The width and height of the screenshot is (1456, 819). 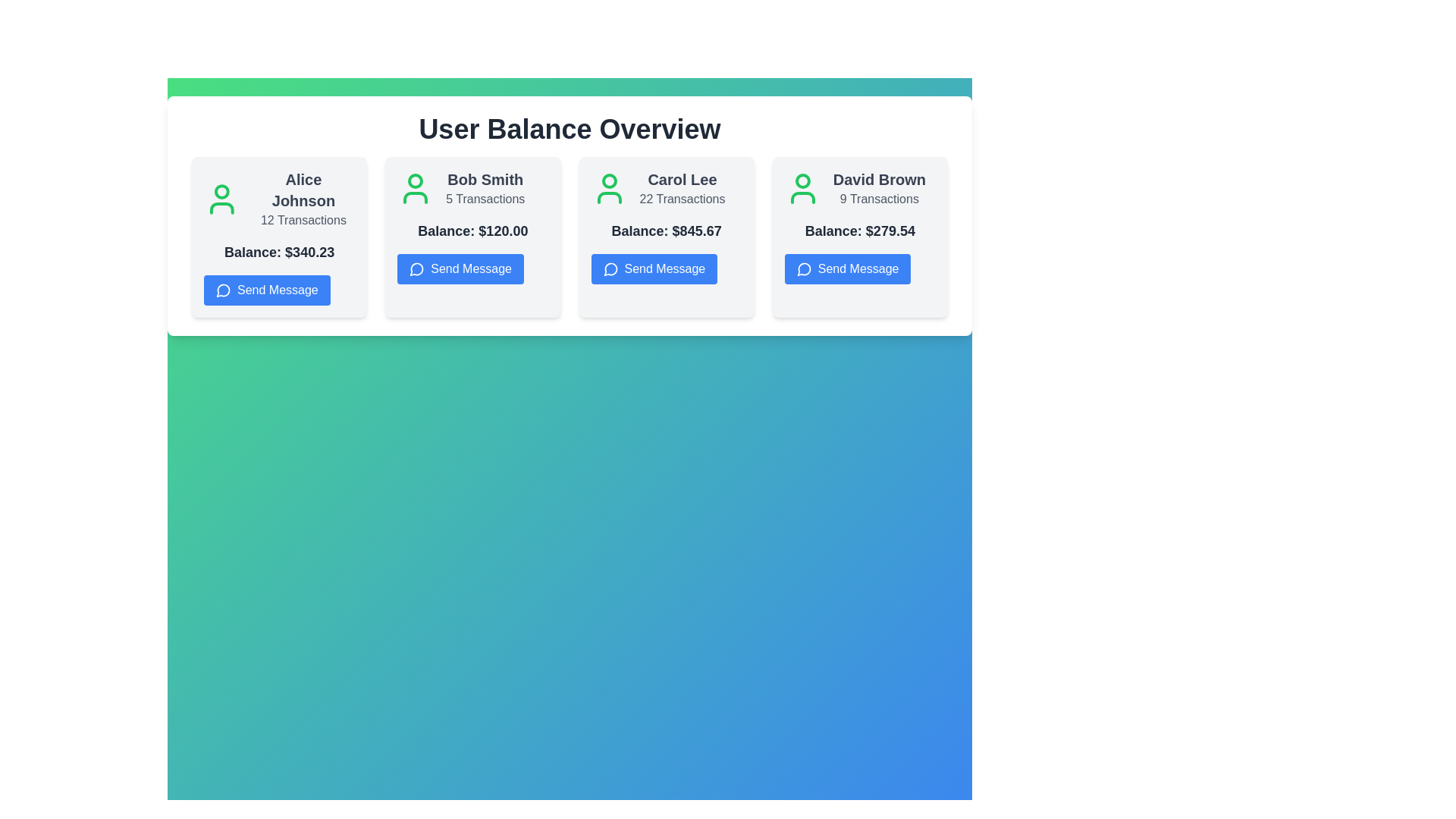 I want to click on the text label displaying 'David Brown' and '9 Transactions' in the fourth user card, which is aligned below a green user icon and above a blue 'Send Message' button, so click(x=879, y=188).